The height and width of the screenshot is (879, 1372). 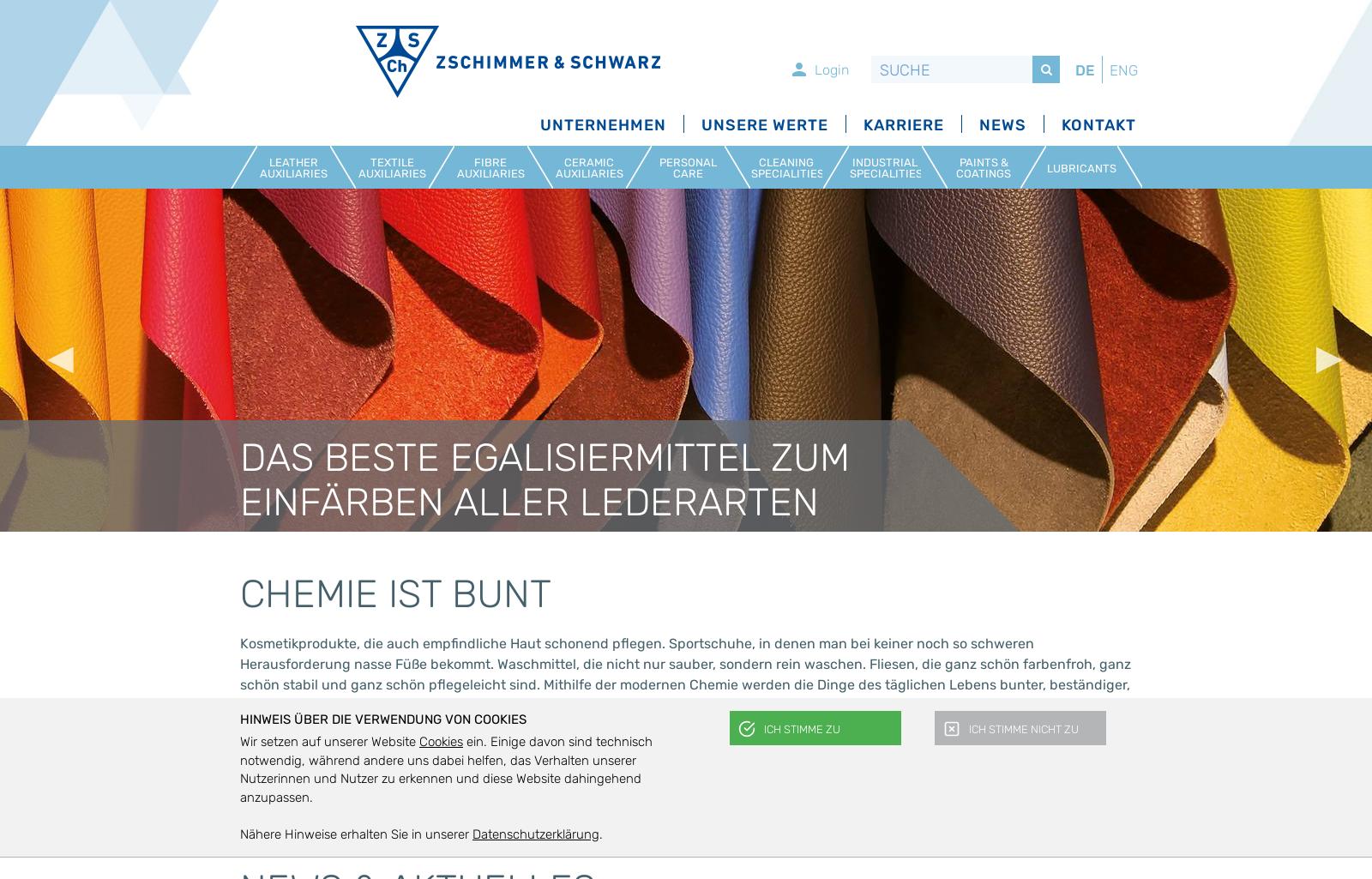 I want to click on 'ein. Einige davon sind technisch notwendig, während andere uns dabei helfen, das Verhalten unserer Nutzerinnen und Nutzer zu erkennen und diese Website dahingehend anzupassen.', so click(x=240, y=768).